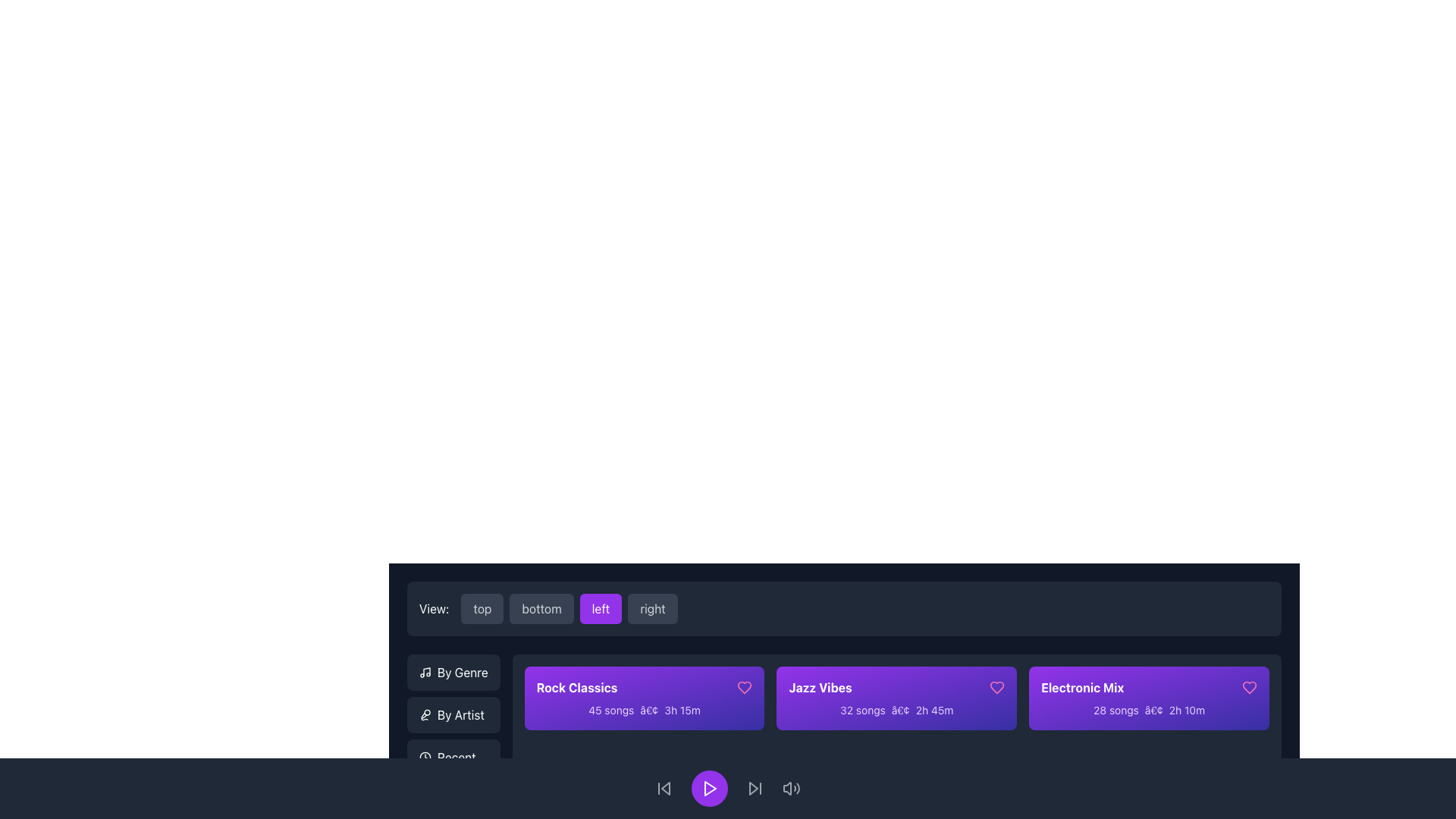 The height and width of the screenshot is (819, 1456). What do you see at coordinates (753, 788) in the screenshot?
I see `the visual design of the skip-forward graphical icon located in the circular button in the bottom control panel of the application interface` at bounding box center [753, 788].